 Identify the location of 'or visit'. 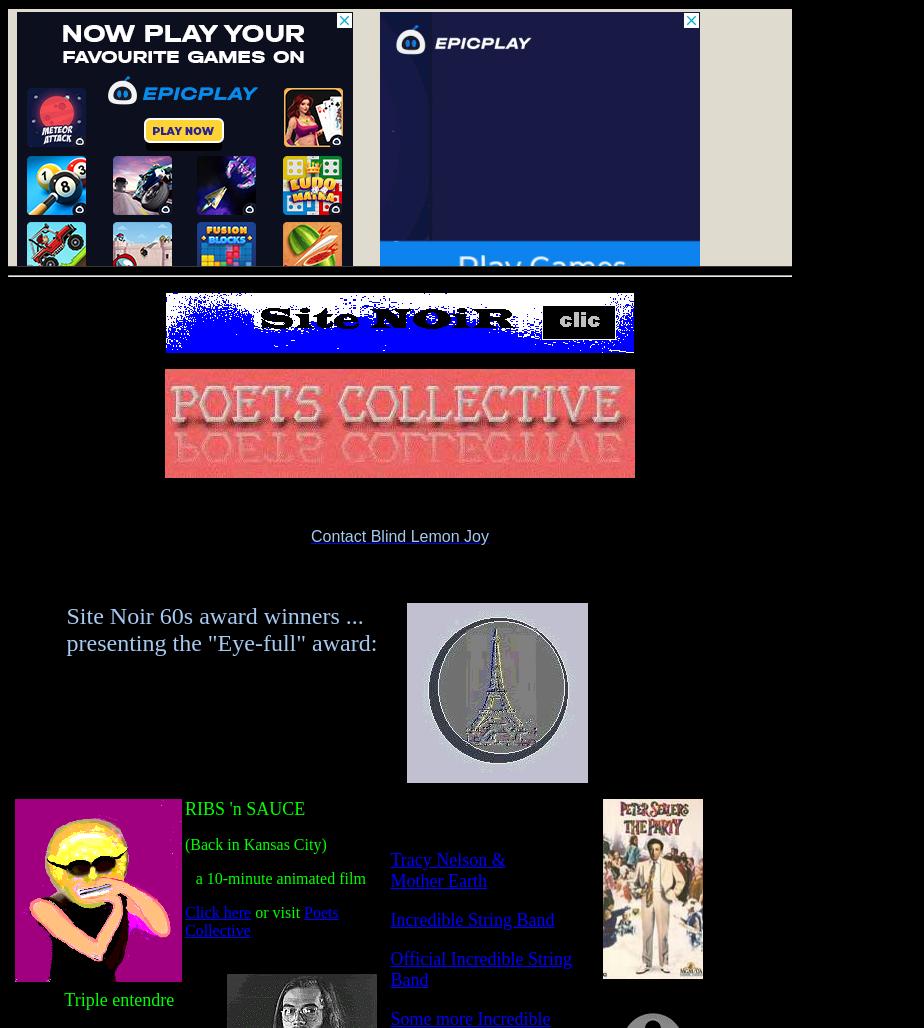
(277, 912).